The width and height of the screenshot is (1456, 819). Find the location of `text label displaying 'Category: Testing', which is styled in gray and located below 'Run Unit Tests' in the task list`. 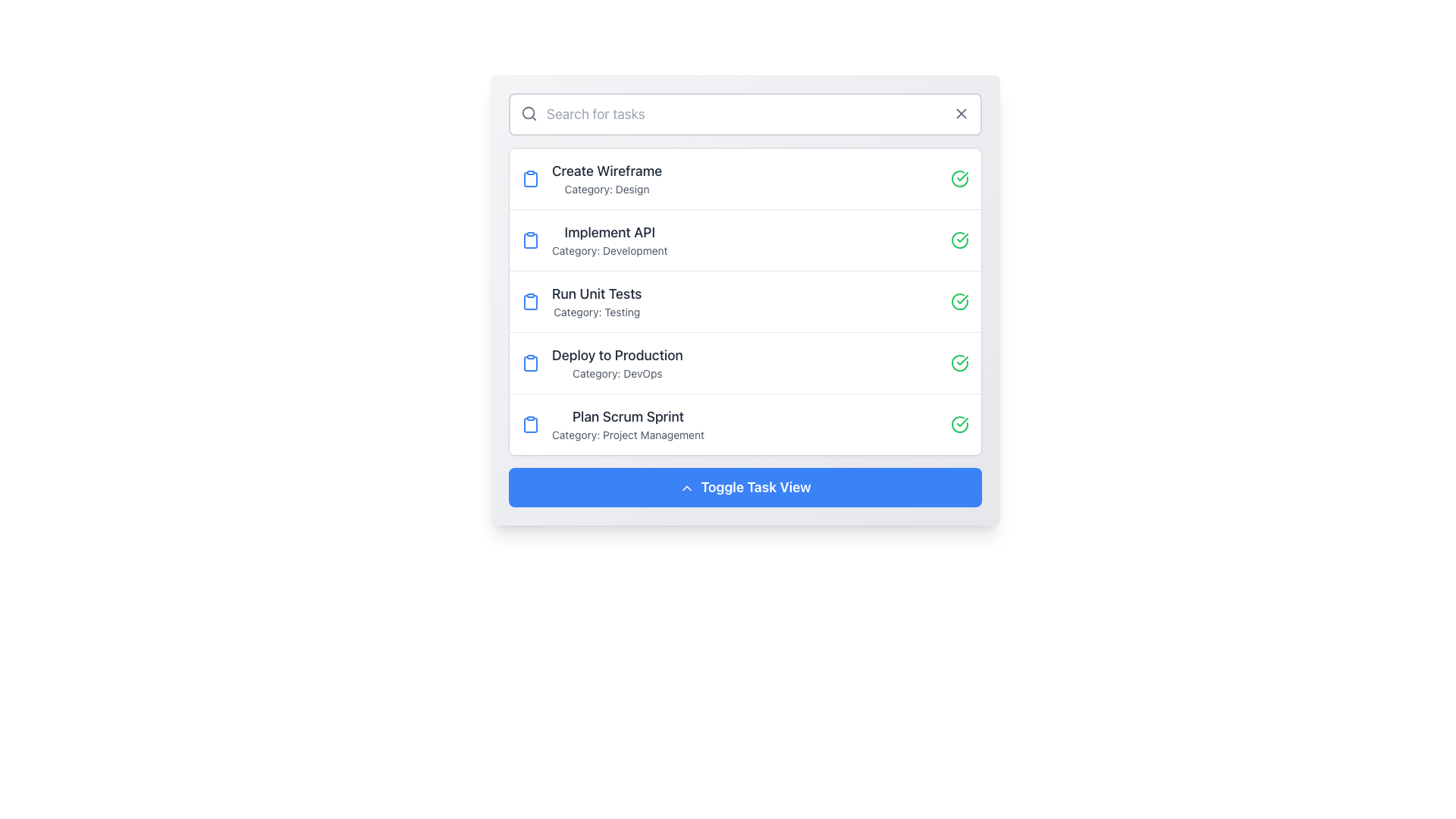

text label displaying 'Category: Testing', which is styled in gray and located below 'Run Unit Tests' in the task list is located at coordinates (596, 312).